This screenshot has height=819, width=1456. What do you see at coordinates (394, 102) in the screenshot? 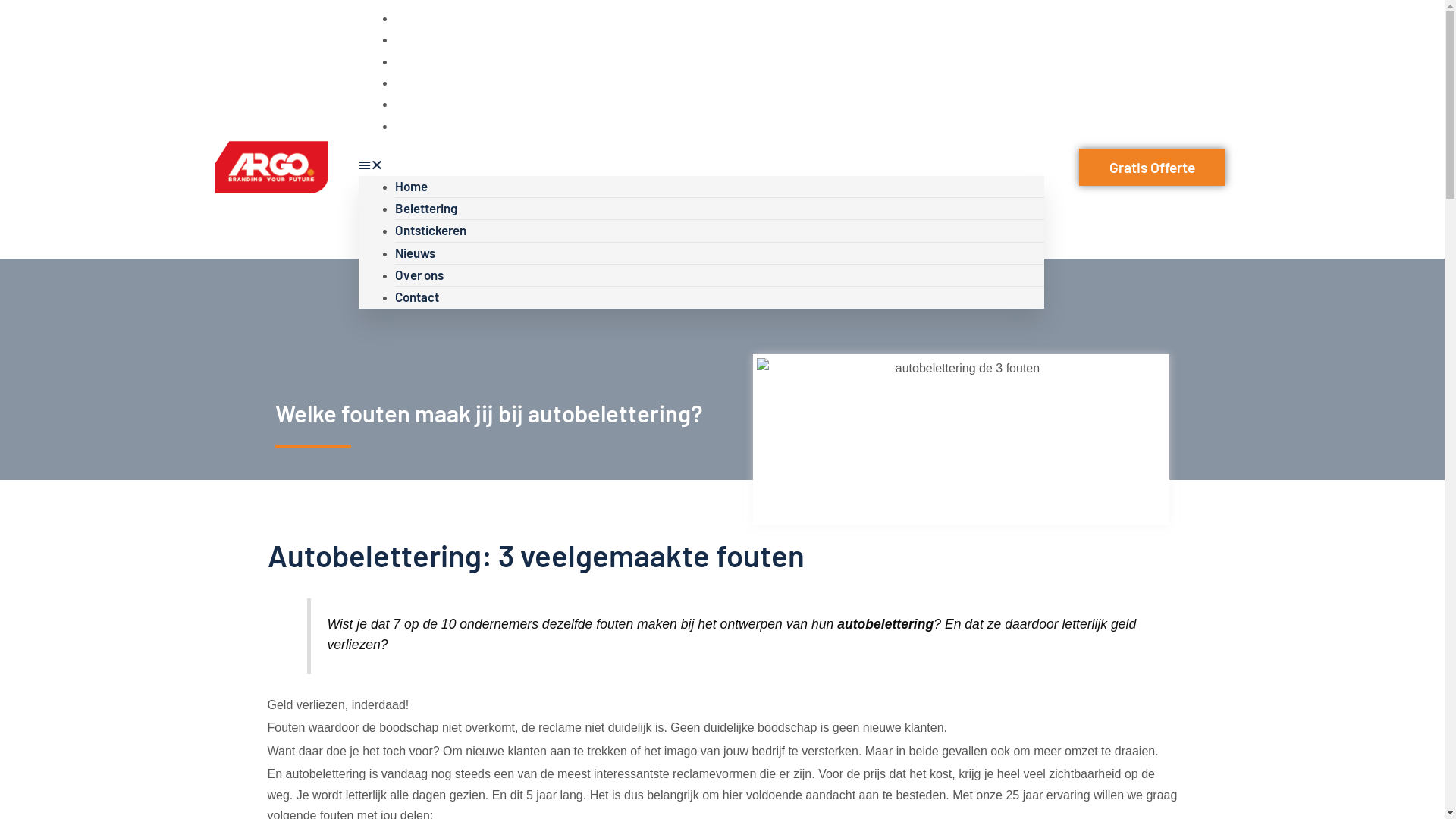
I see `'Over ons'` at bounding box center [394, 102].